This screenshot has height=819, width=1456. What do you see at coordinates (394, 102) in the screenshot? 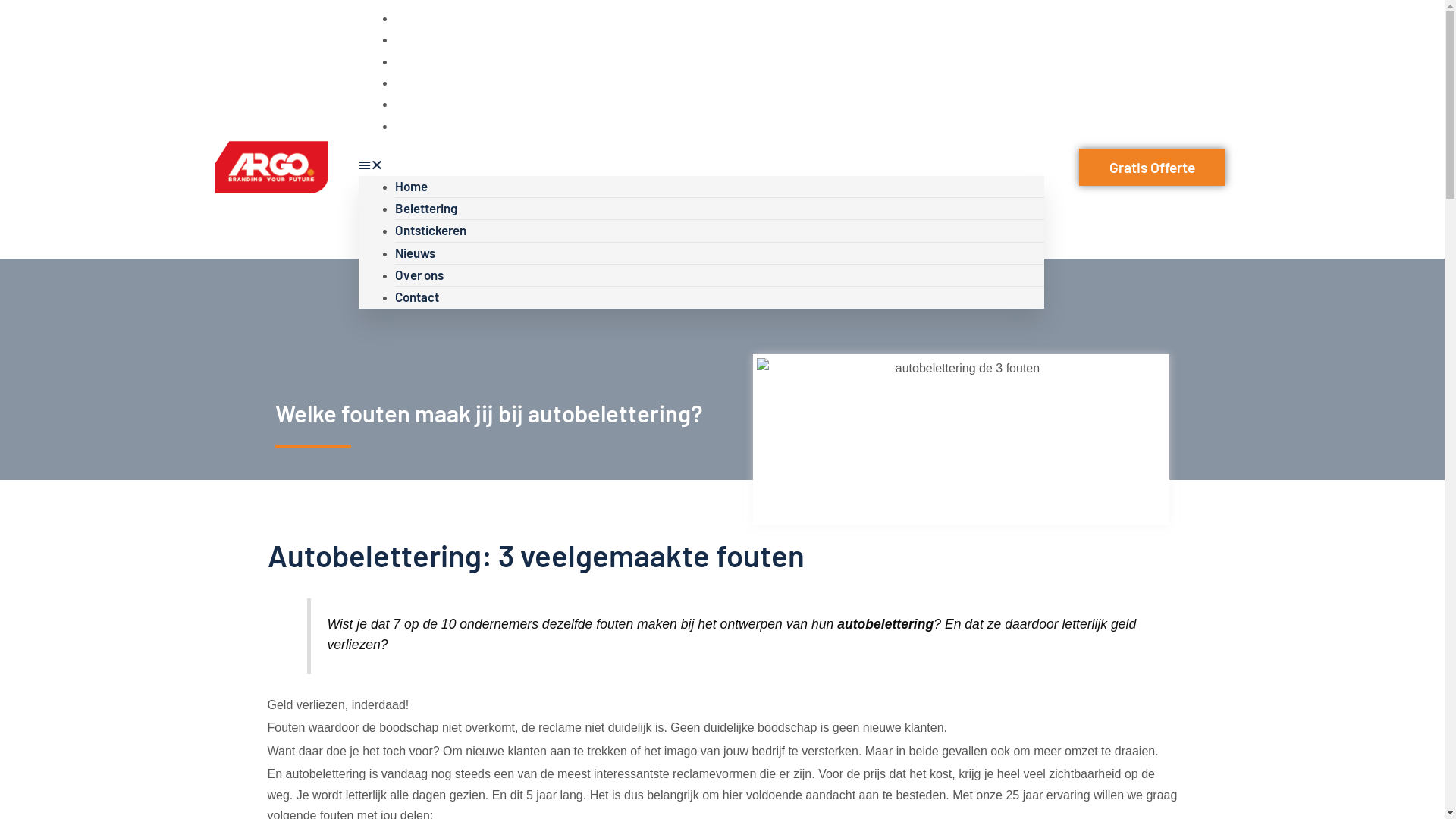
I see `'Over ons'` at bounding box center [394, 102].